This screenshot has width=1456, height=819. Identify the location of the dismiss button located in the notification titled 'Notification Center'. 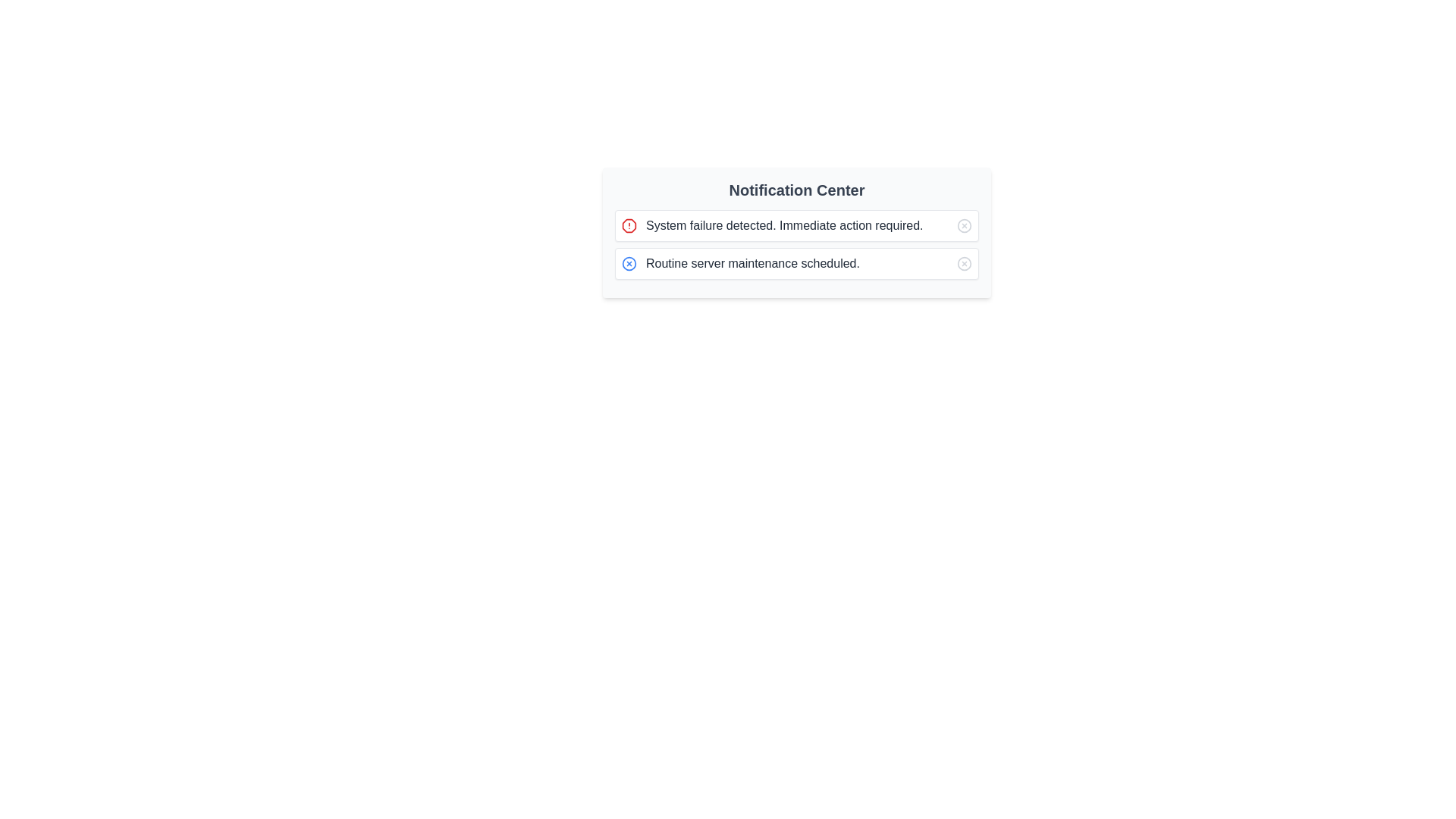
(629, 262).